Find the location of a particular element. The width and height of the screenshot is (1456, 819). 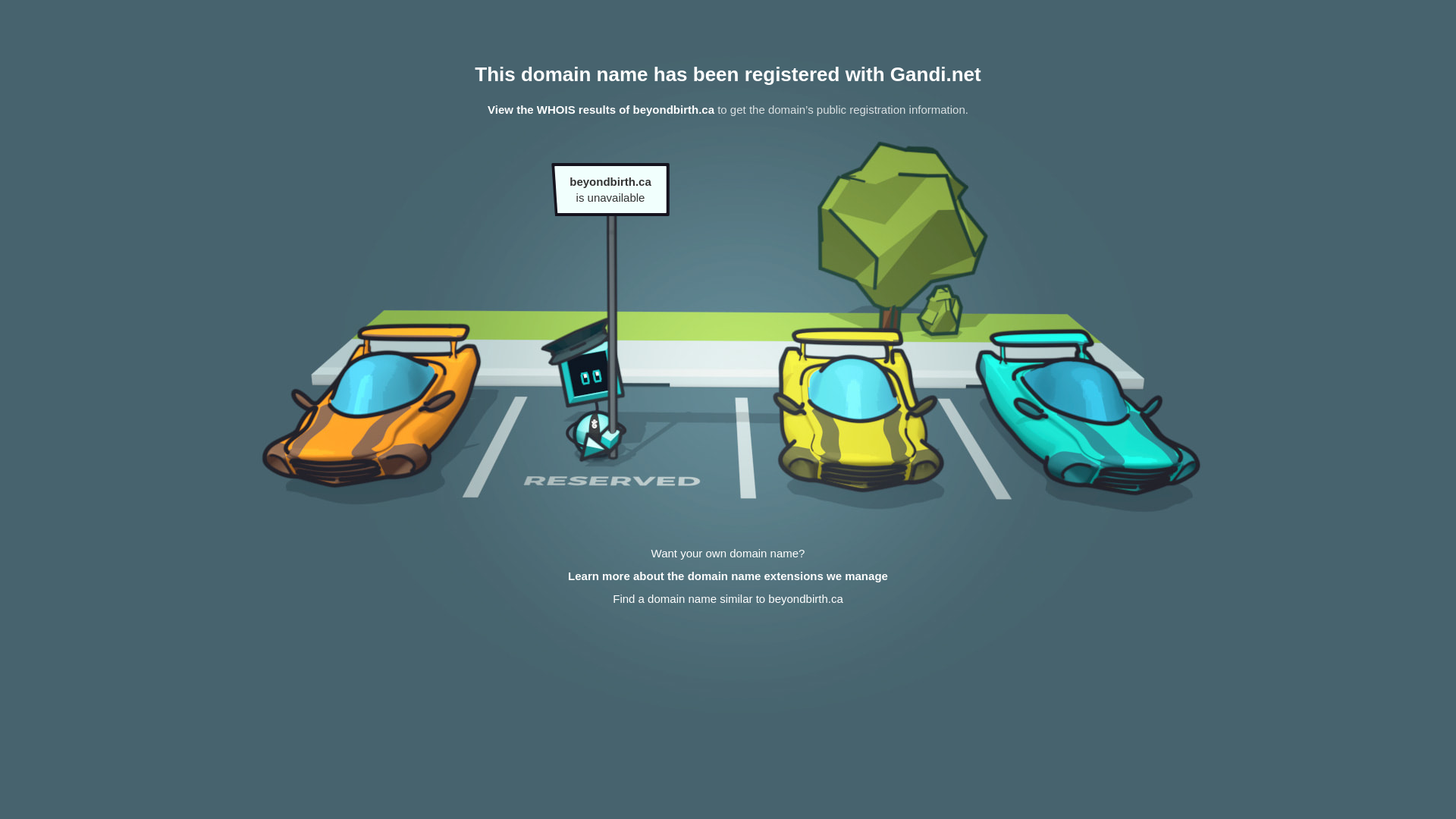

'View the WHOIS results of beyondbirth.ca' is located at coordinates (488, 108).